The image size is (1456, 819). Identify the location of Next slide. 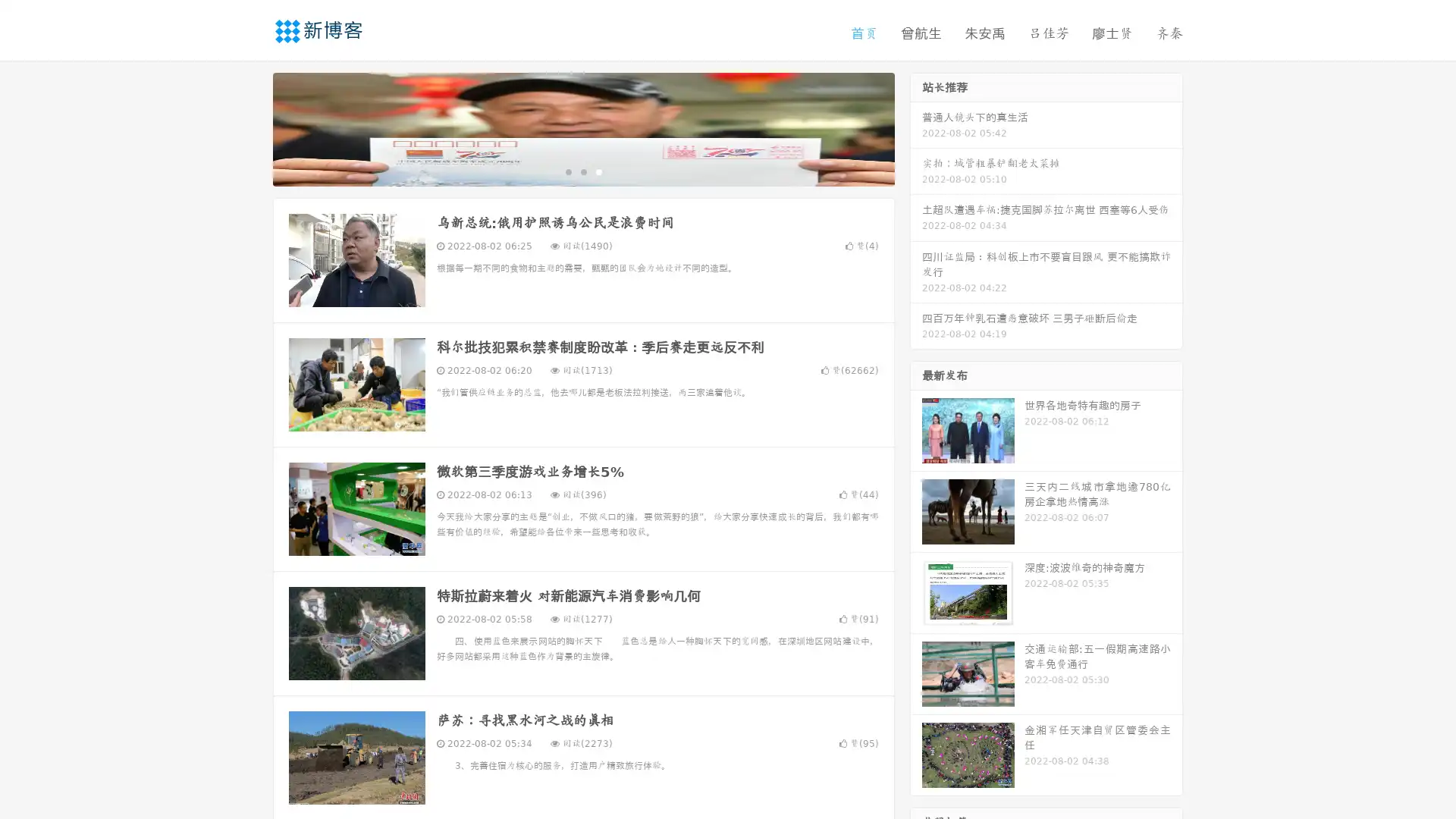
(916, 127).